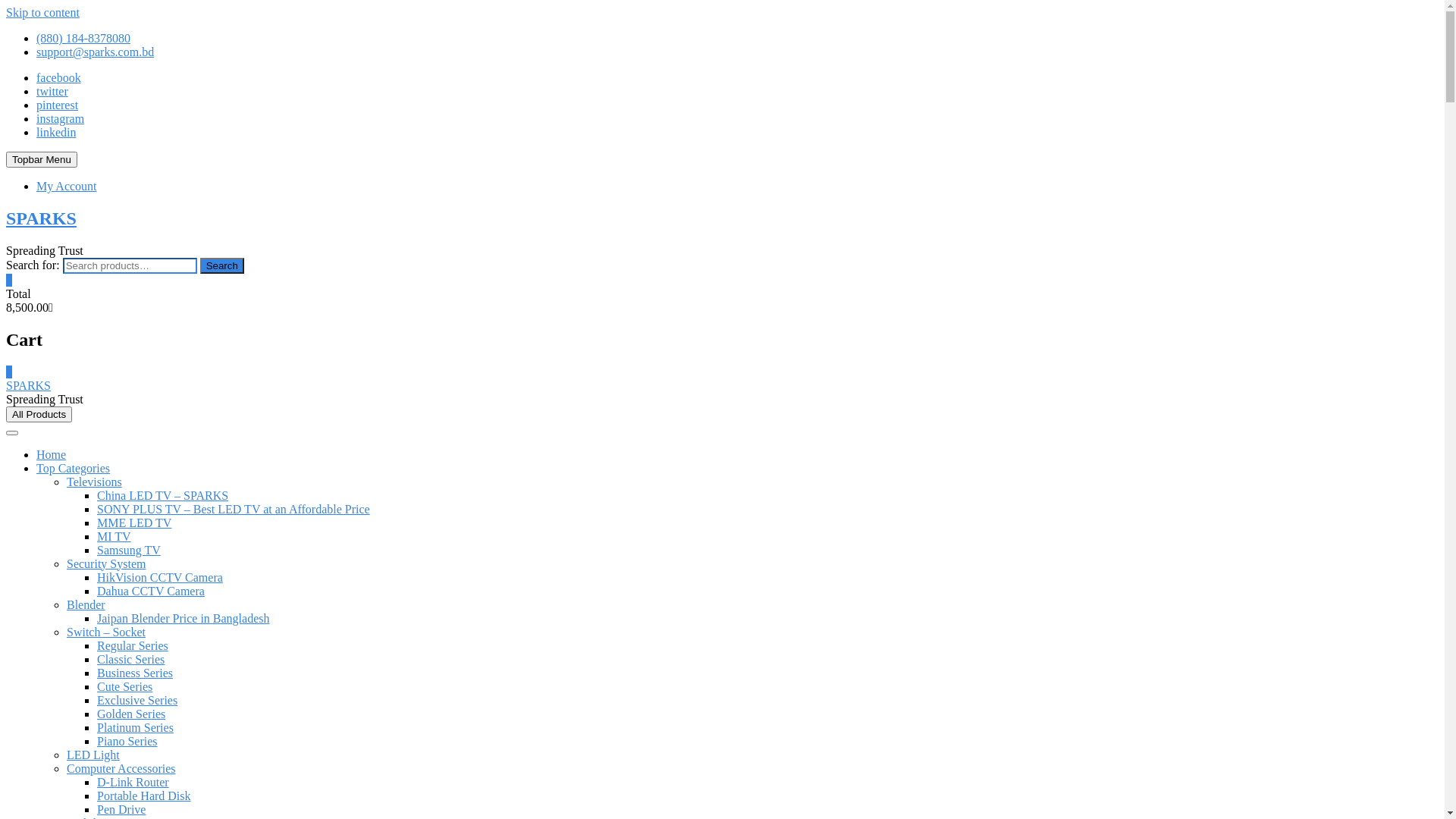 The height and width of the screenshot is (819, 1456). I want to click on 'My Account', so click(65, 185).